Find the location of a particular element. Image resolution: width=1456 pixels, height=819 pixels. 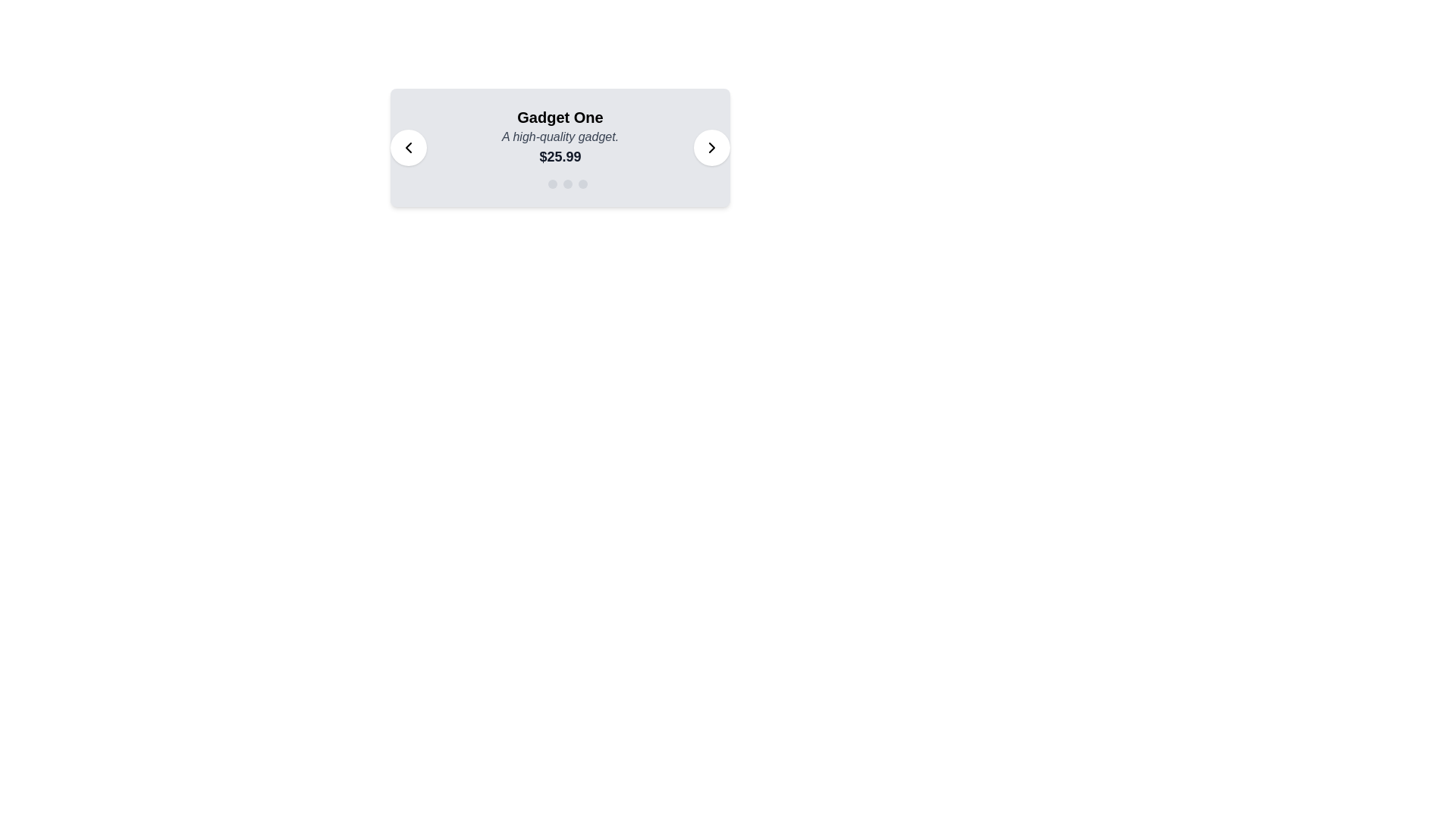

the chevron icon, which is centrally placed within a circular button on the right edge of a card element is located at coordinates (711, 148).